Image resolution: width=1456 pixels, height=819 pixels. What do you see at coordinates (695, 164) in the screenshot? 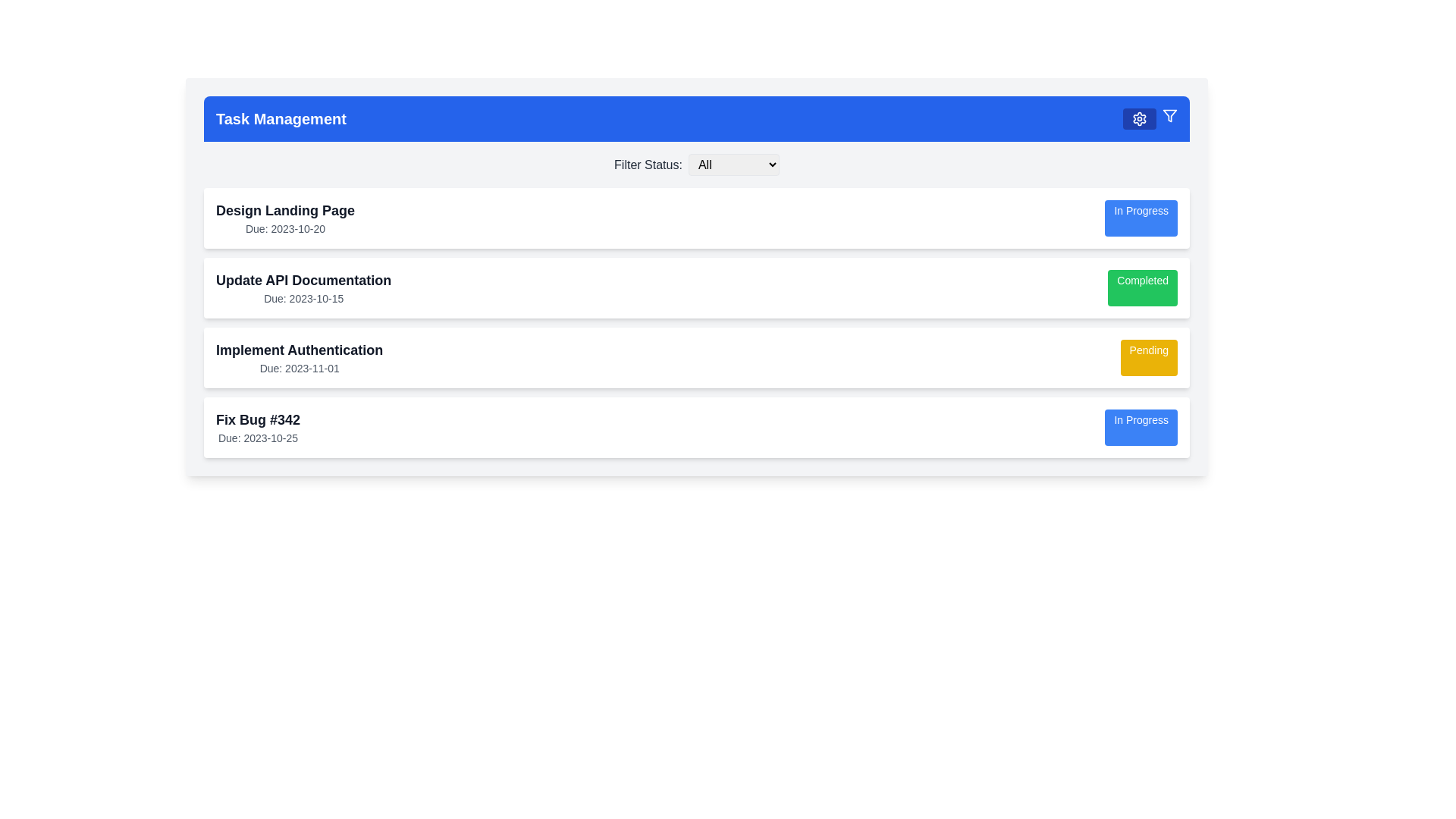
I see `an option from the 'Filter Status:' dropdown menu located below the 'Task Management' header, which currently shows 'All'` at bounding box center [695, 164].